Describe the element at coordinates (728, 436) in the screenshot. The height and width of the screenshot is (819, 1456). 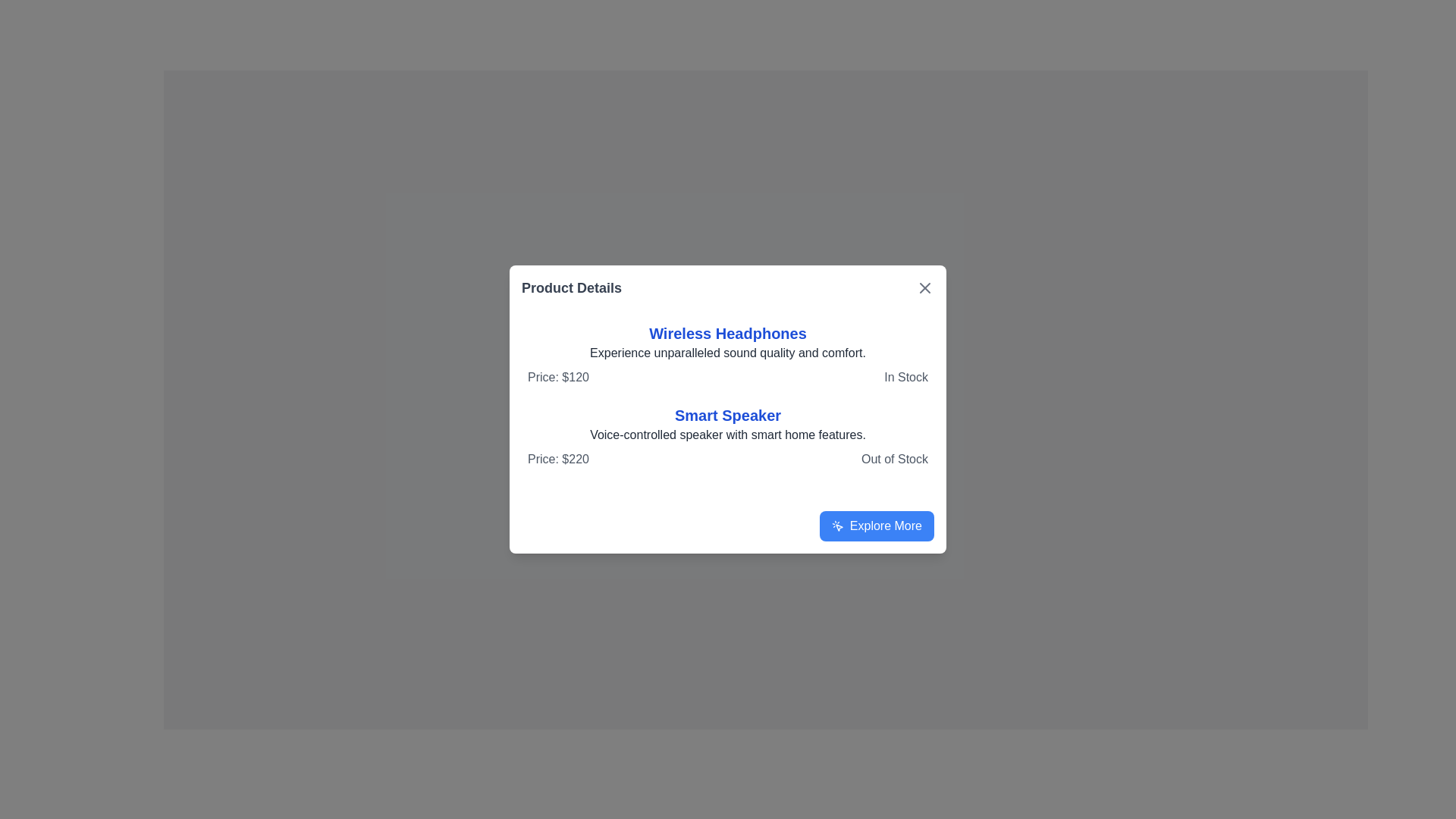
I see `informational group about the 'Smart Speaker' product, which includes its name, description, price, and availability, positioned above the 'Explore More' button` at that location.